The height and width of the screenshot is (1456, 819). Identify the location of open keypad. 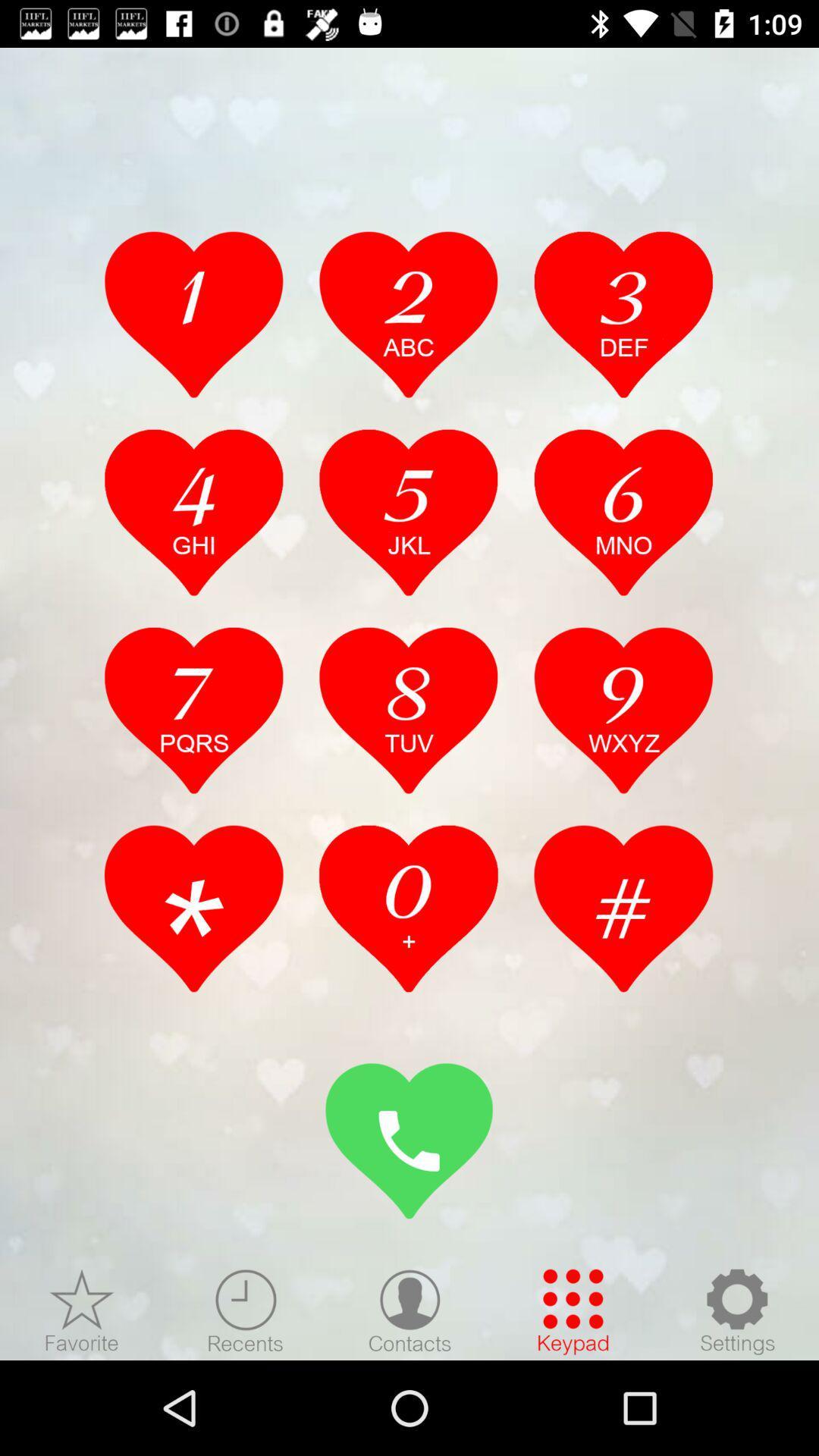
(573, 1310).